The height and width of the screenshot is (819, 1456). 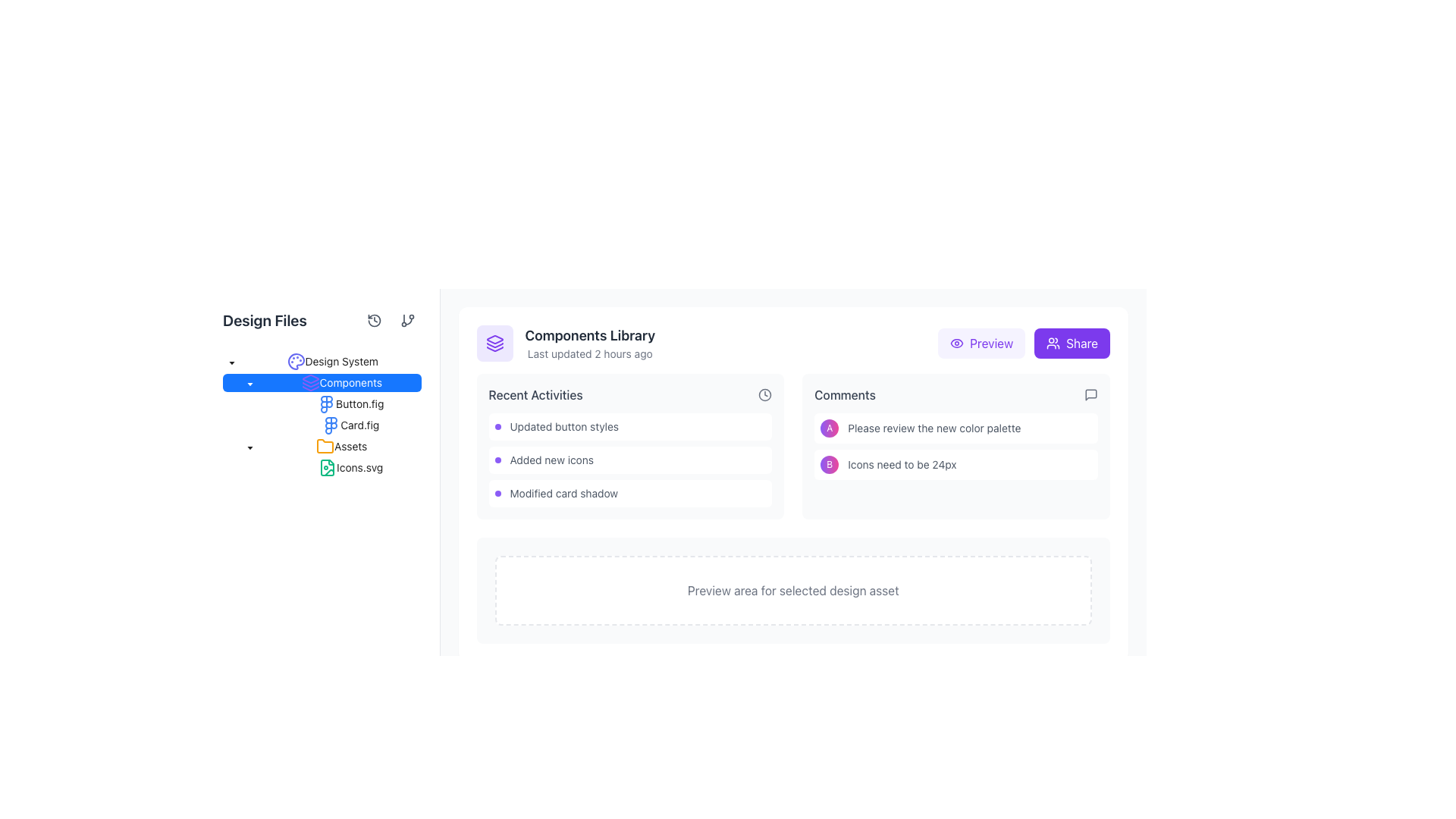 What do you see at coordinates (955, 394) in the screenshot?
I see `the 'Comments' section header with a speech bubble icon located in the upper portion of the section in the middle-right area of the interface` at bounding box center [955, 394].